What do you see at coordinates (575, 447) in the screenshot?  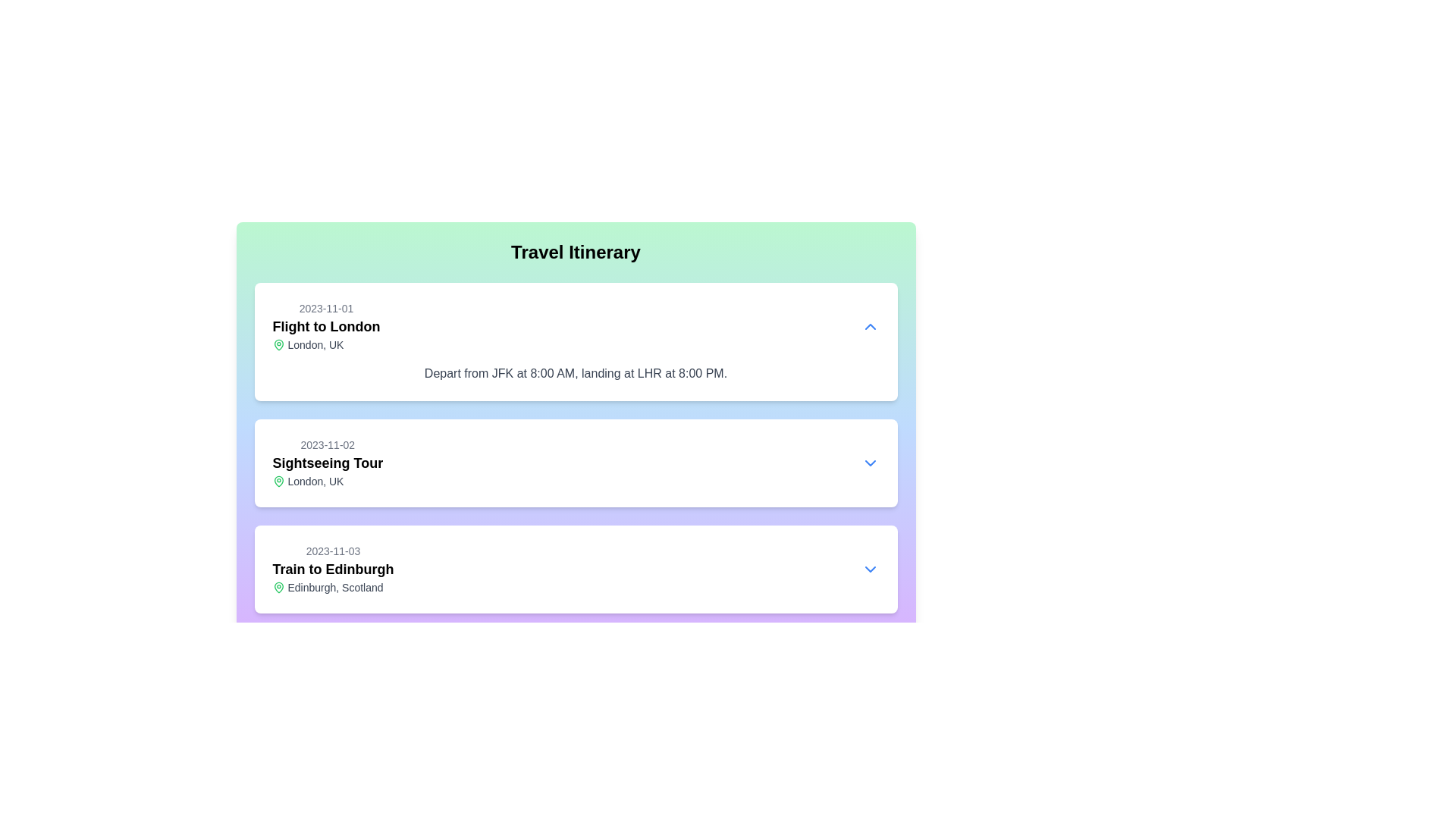 I see `the second list item within the itinerary display, which contains date, event description, and location details` at bounding box center [575, 447].